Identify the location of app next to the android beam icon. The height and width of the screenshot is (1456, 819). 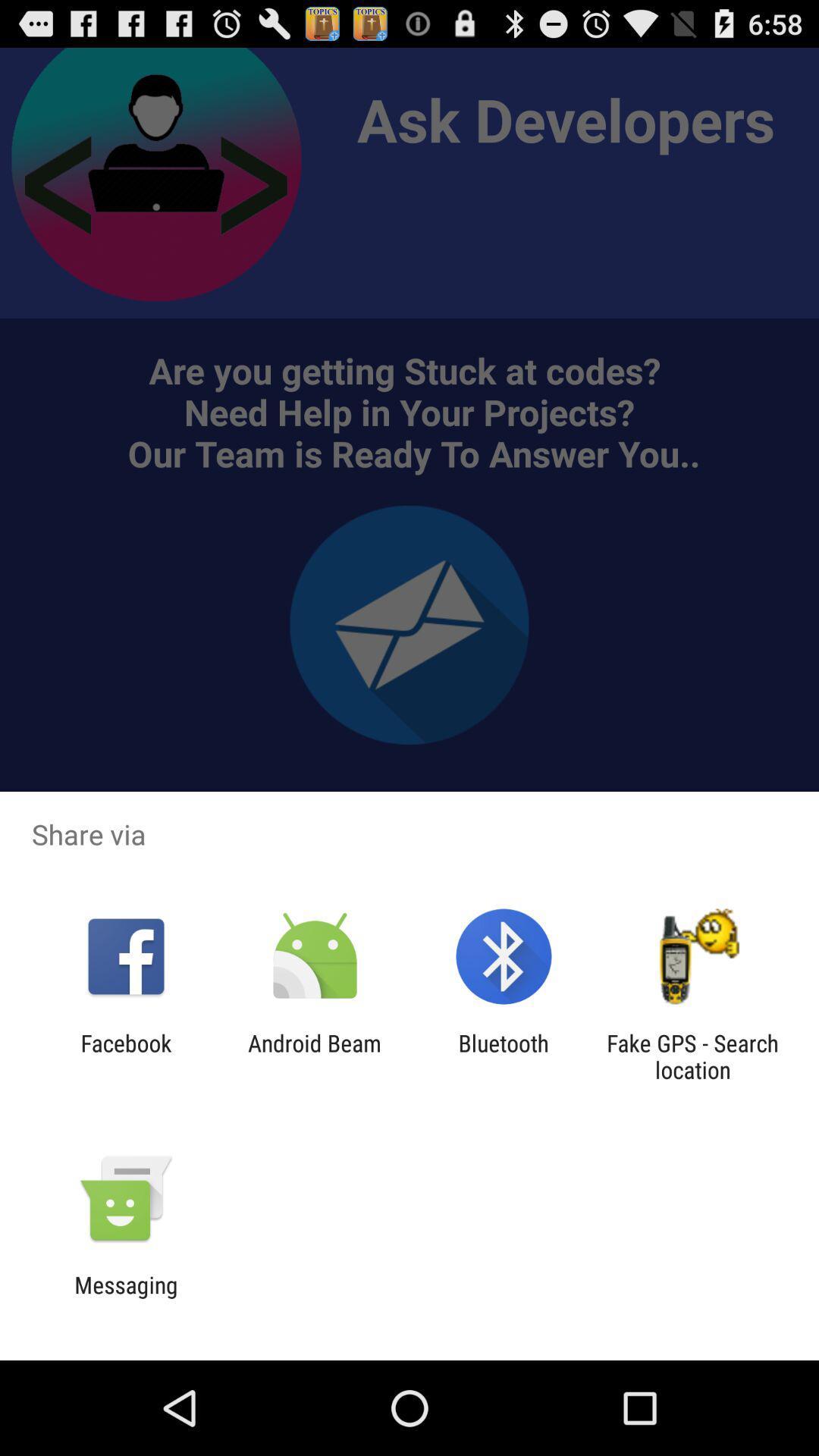
(504, 1056).